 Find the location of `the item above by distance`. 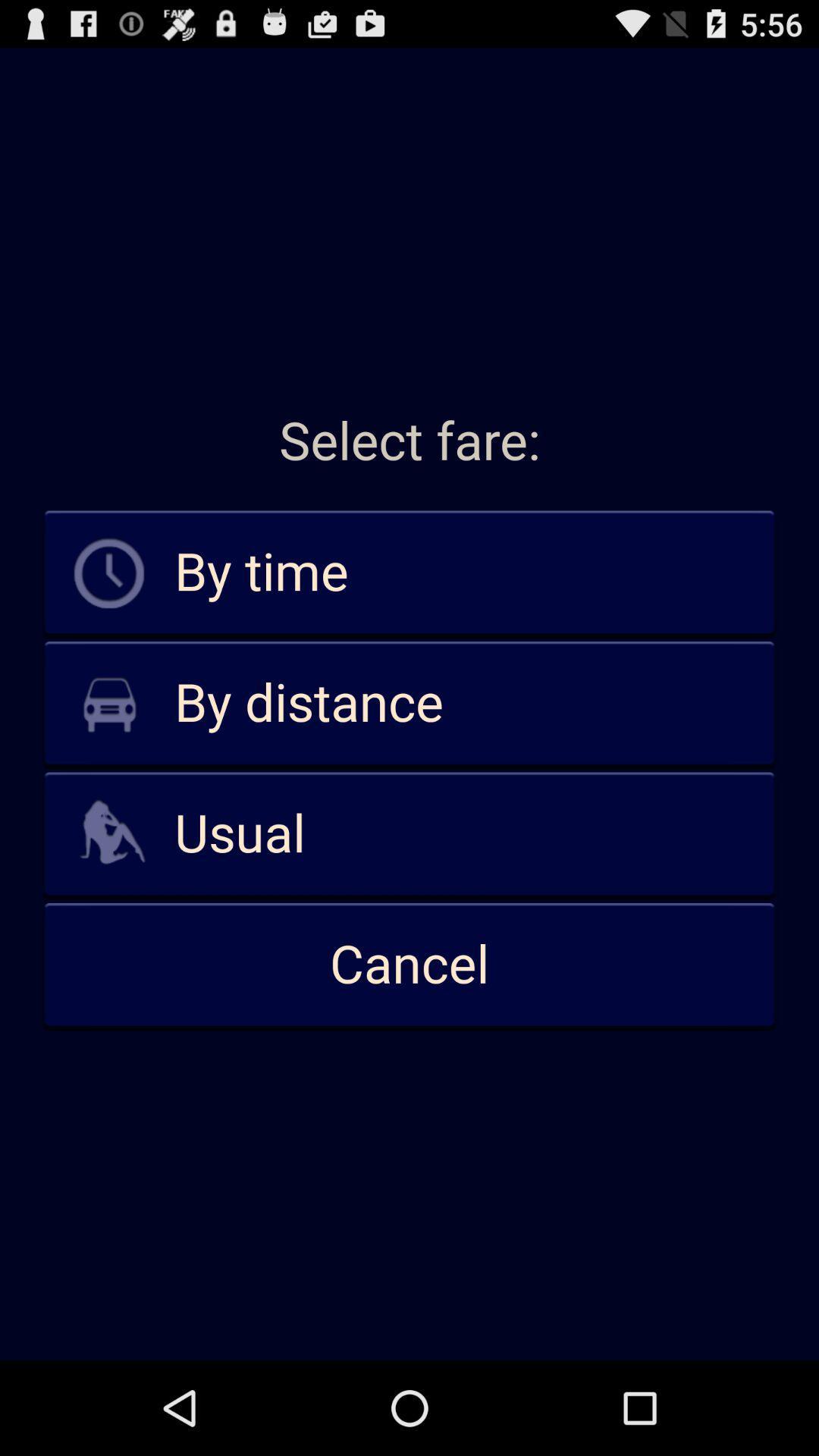

the item above by distance is located at coordinates (409, 573).